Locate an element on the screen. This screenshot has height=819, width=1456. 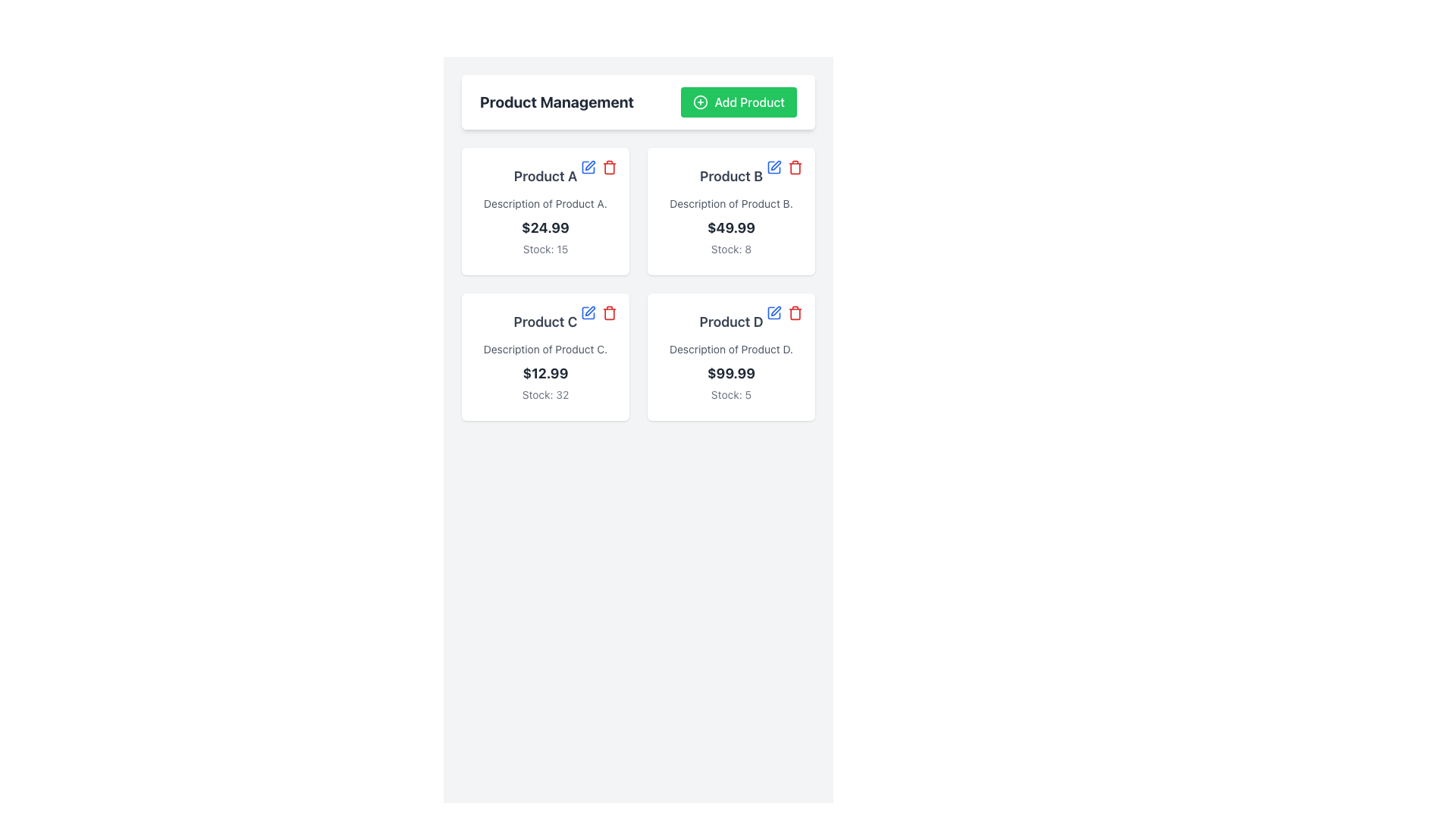
the blue pen icon located in the top-right corner of the 'Product B' box to initiate the editing action is located at coordinates (774, 167).